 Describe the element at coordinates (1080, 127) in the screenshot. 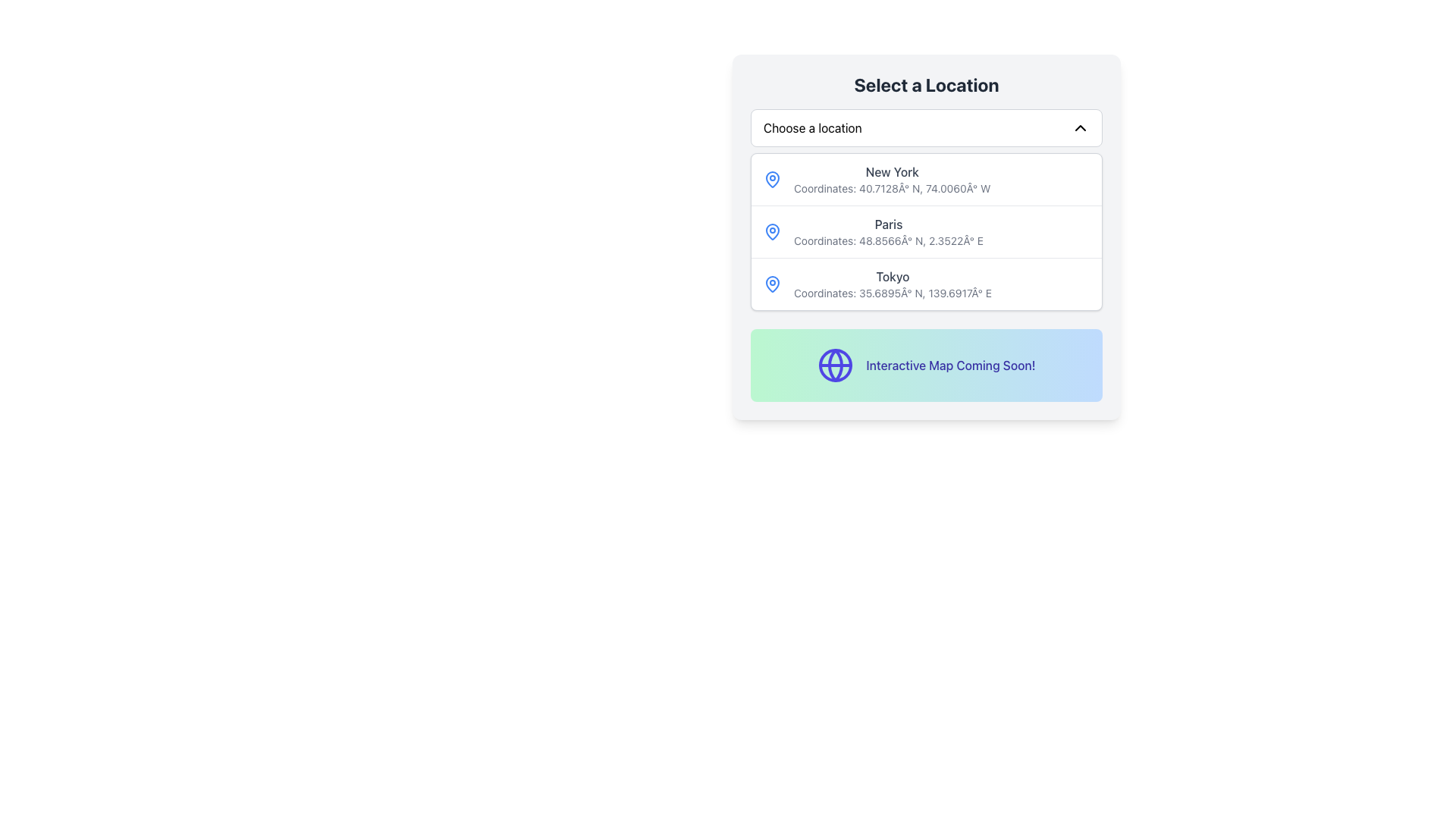

I see `the toggle button icon located at the far right edge of the 'Choose a location' button` at that location.